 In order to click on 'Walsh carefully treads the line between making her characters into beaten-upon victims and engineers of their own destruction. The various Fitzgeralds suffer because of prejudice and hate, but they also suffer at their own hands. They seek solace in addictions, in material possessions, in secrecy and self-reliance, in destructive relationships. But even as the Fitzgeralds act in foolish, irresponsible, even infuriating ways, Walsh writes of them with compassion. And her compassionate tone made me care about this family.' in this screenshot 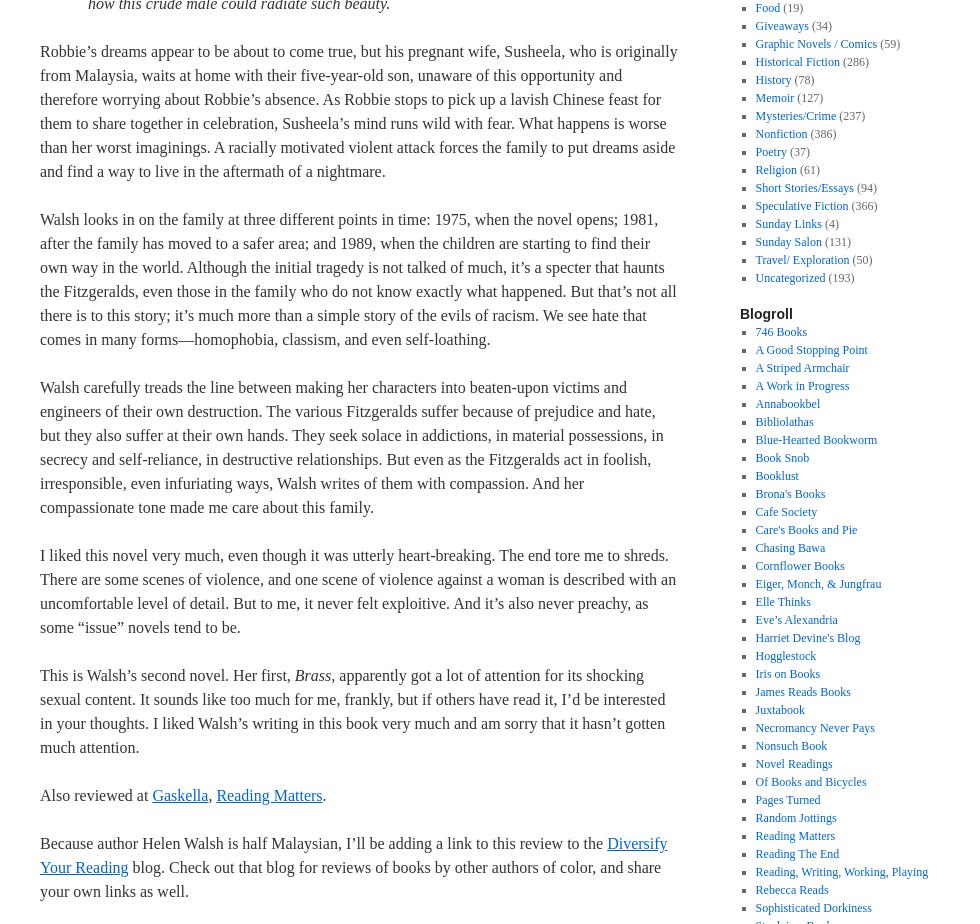, I will do `click(351, 447)`.